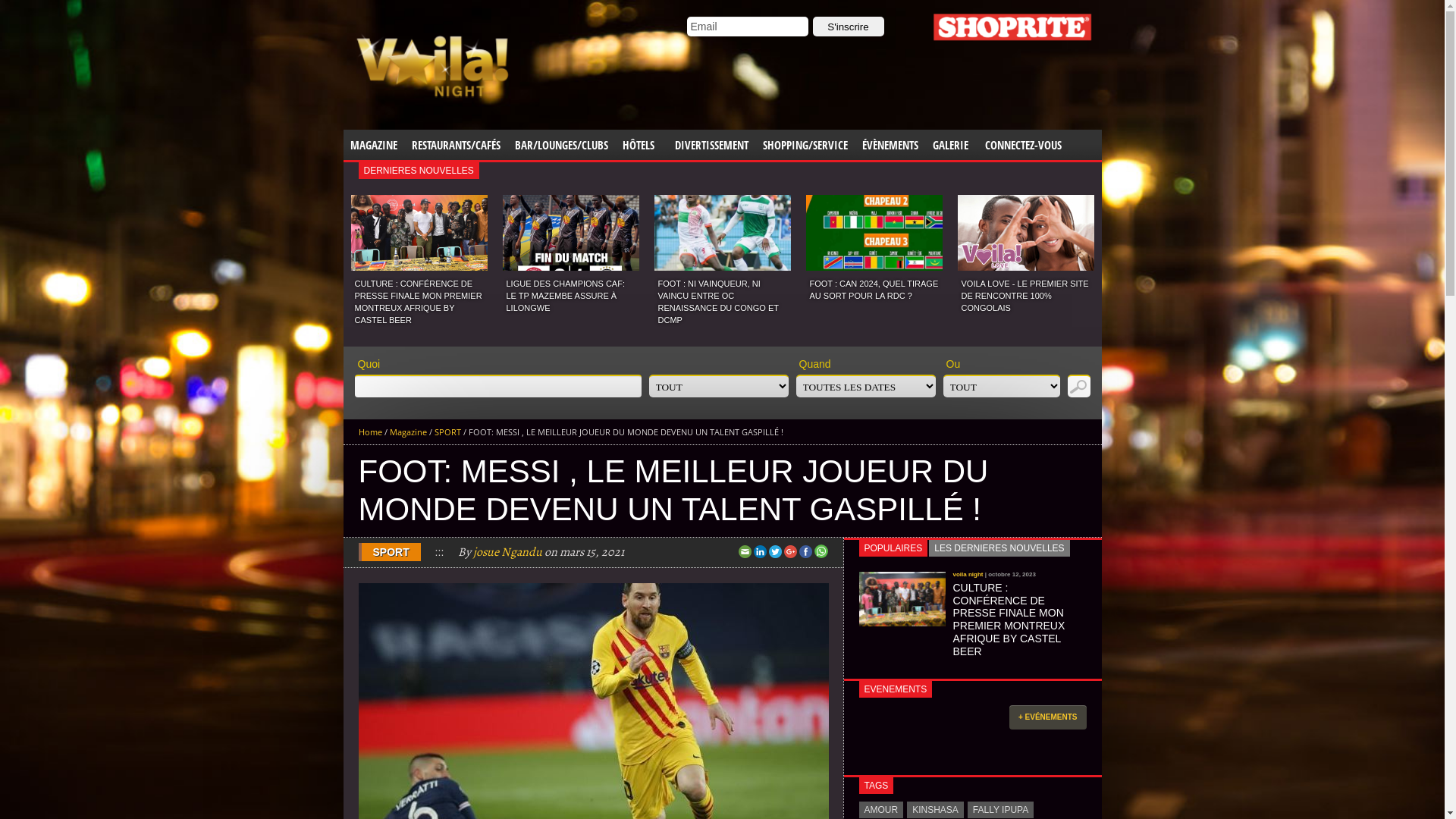  I want to click on 'BAR/LOUNGES/CLUBS', so click(560, 144).